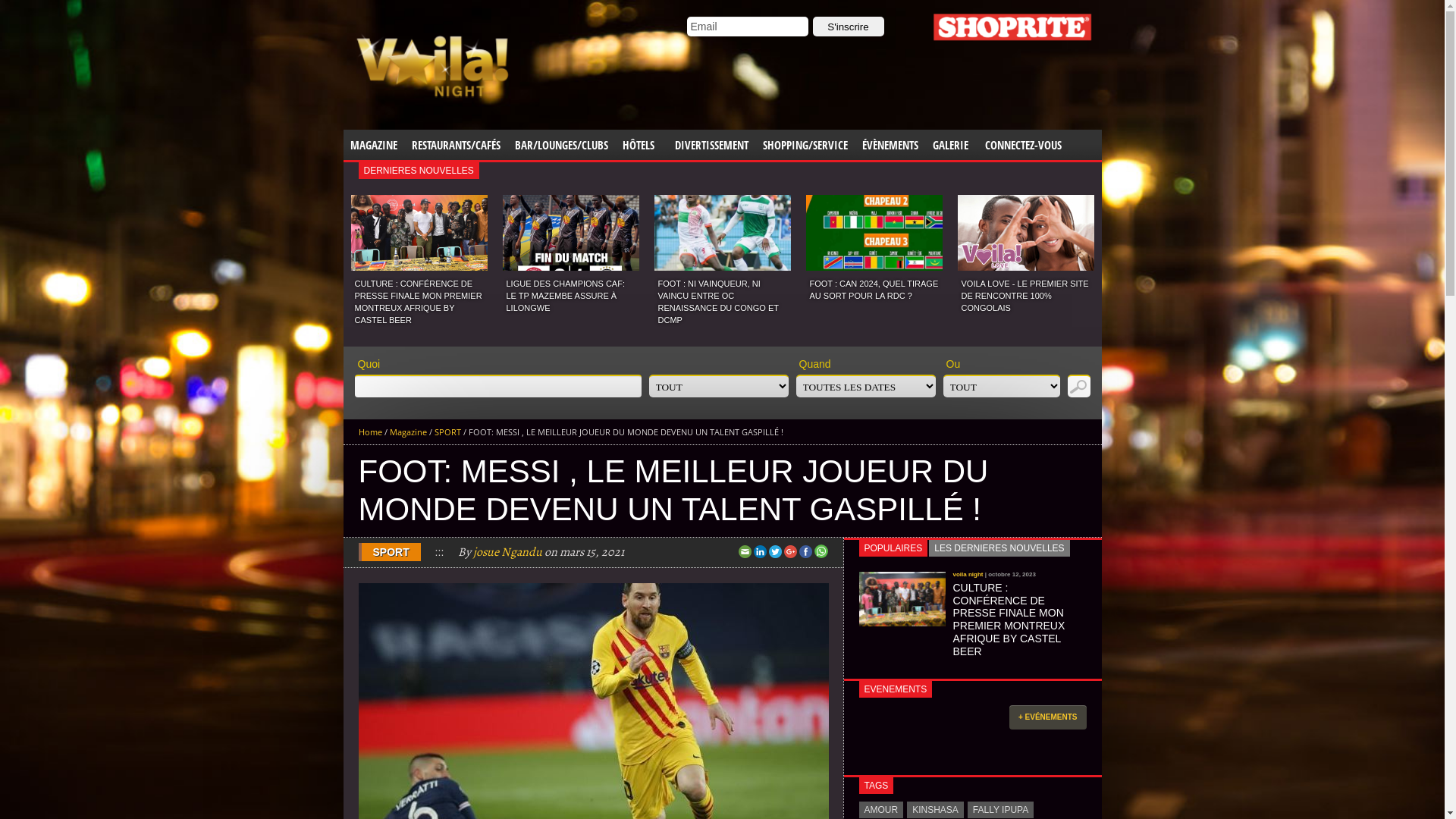  I want to click on 'BAR/LOUNGES/CLUBS', so click(560, 144).